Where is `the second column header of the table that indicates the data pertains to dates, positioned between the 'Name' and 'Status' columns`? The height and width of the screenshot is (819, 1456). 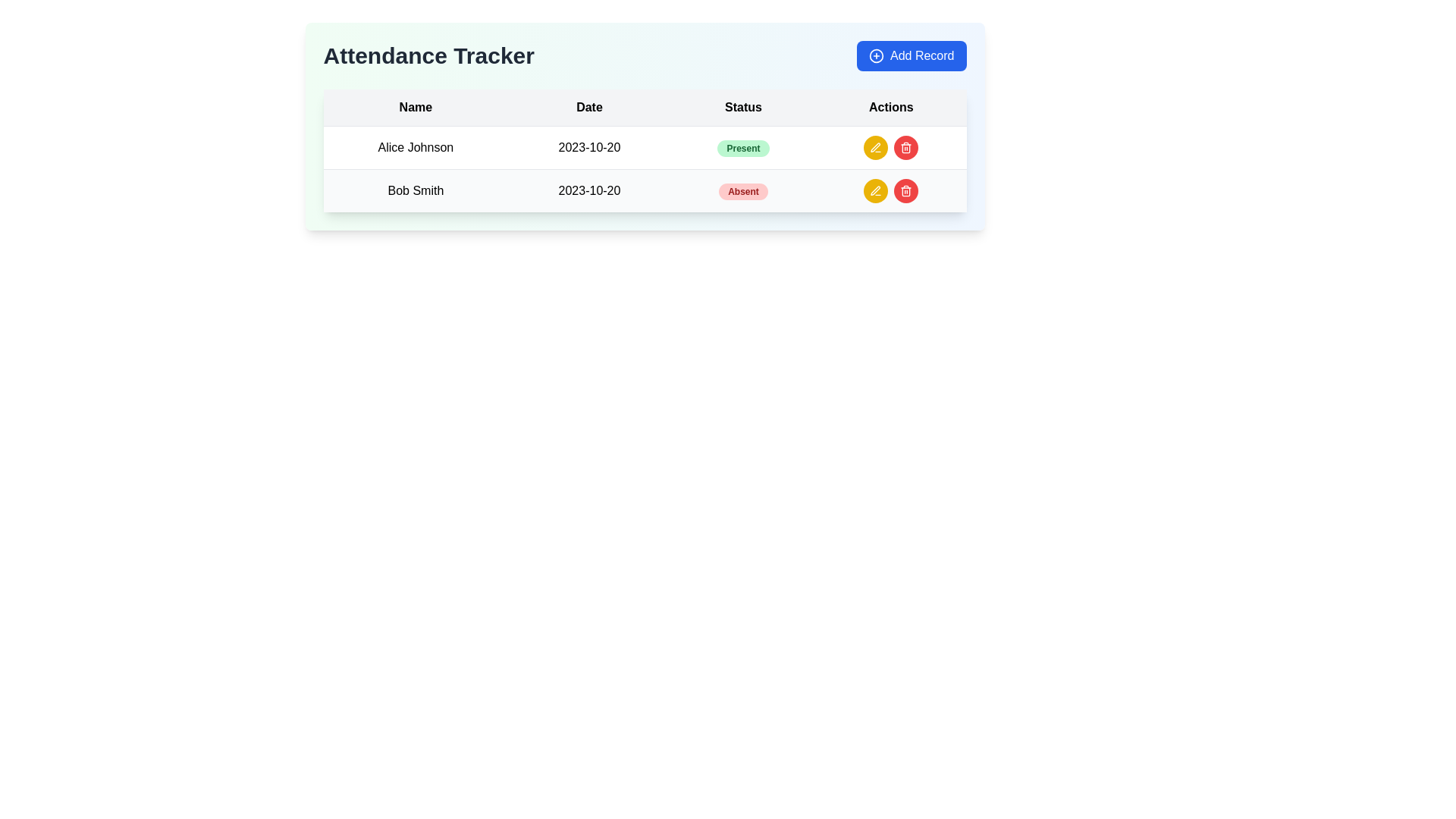 the second column header of the table that indicates the data pertains to dates, positioned between the 'Name' and 'Status' columns is located at coordinates (588, 107).